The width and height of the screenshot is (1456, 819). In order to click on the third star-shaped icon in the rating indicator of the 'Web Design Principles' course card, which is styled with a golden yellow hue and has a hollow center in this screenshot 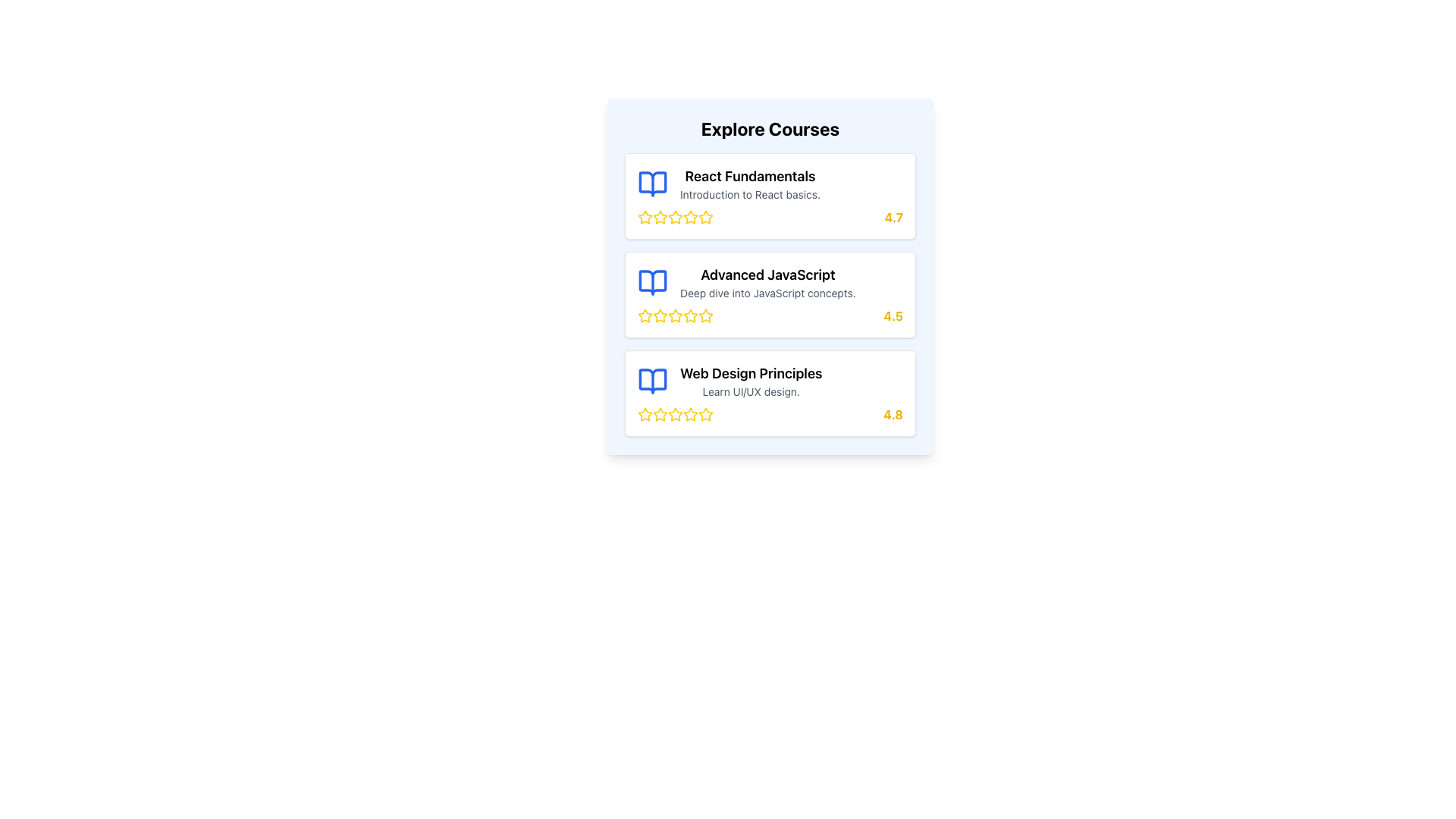, I will do `click(675, 415)`.